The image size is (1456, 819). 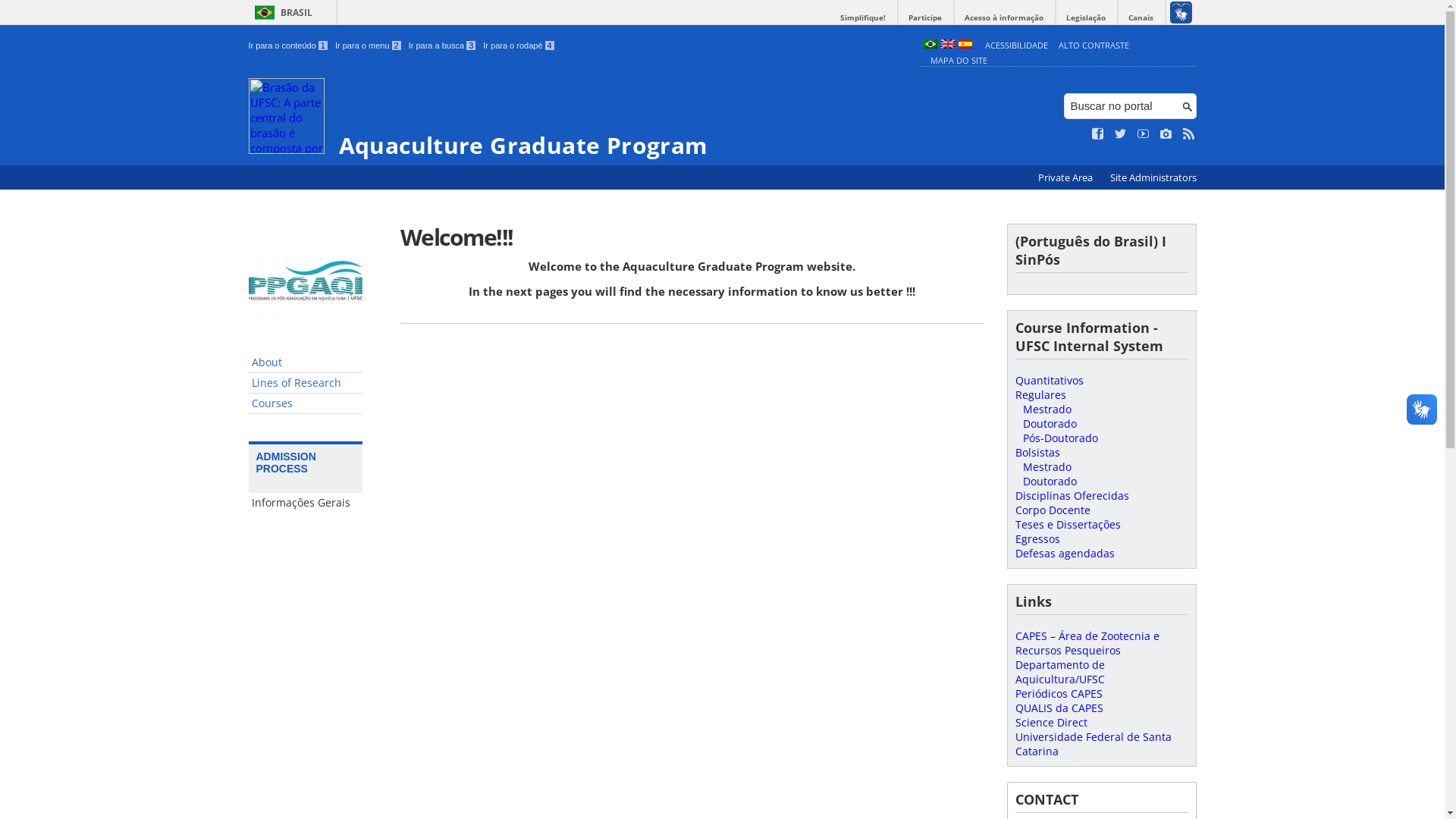 What do you see at coordinates (305, 403) in the screenshot?
I see `'Courses'` at bounding box center [305, 403].